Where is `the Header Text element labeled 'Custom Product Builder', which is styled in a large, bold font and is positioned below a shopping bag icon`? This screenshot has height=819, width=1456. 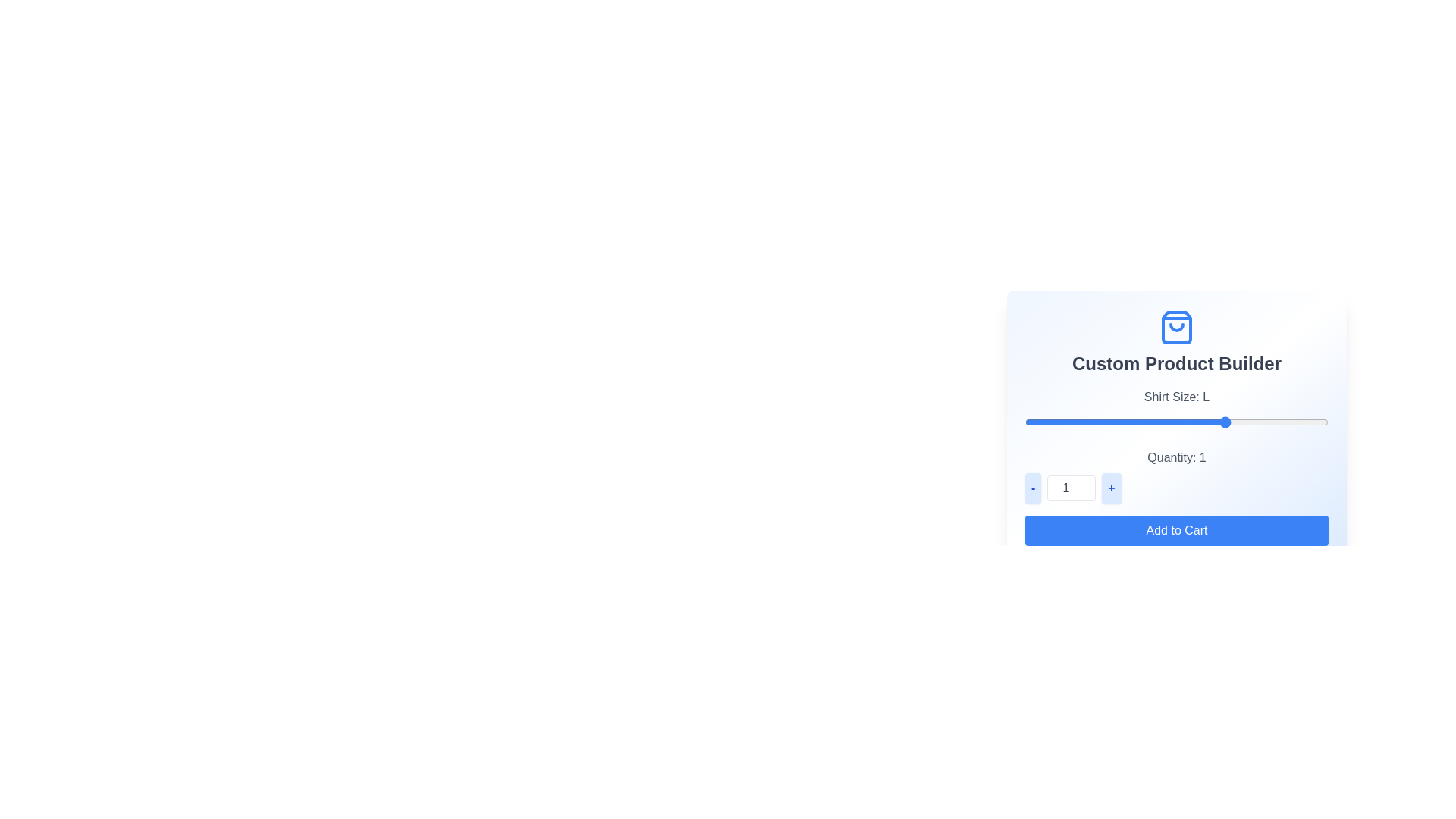 the Header Text element labeled 'Custom Product Builder', which is styled in a large, bold font and is positioned below a shopping bag icon is located at coordinates (1175, 363).